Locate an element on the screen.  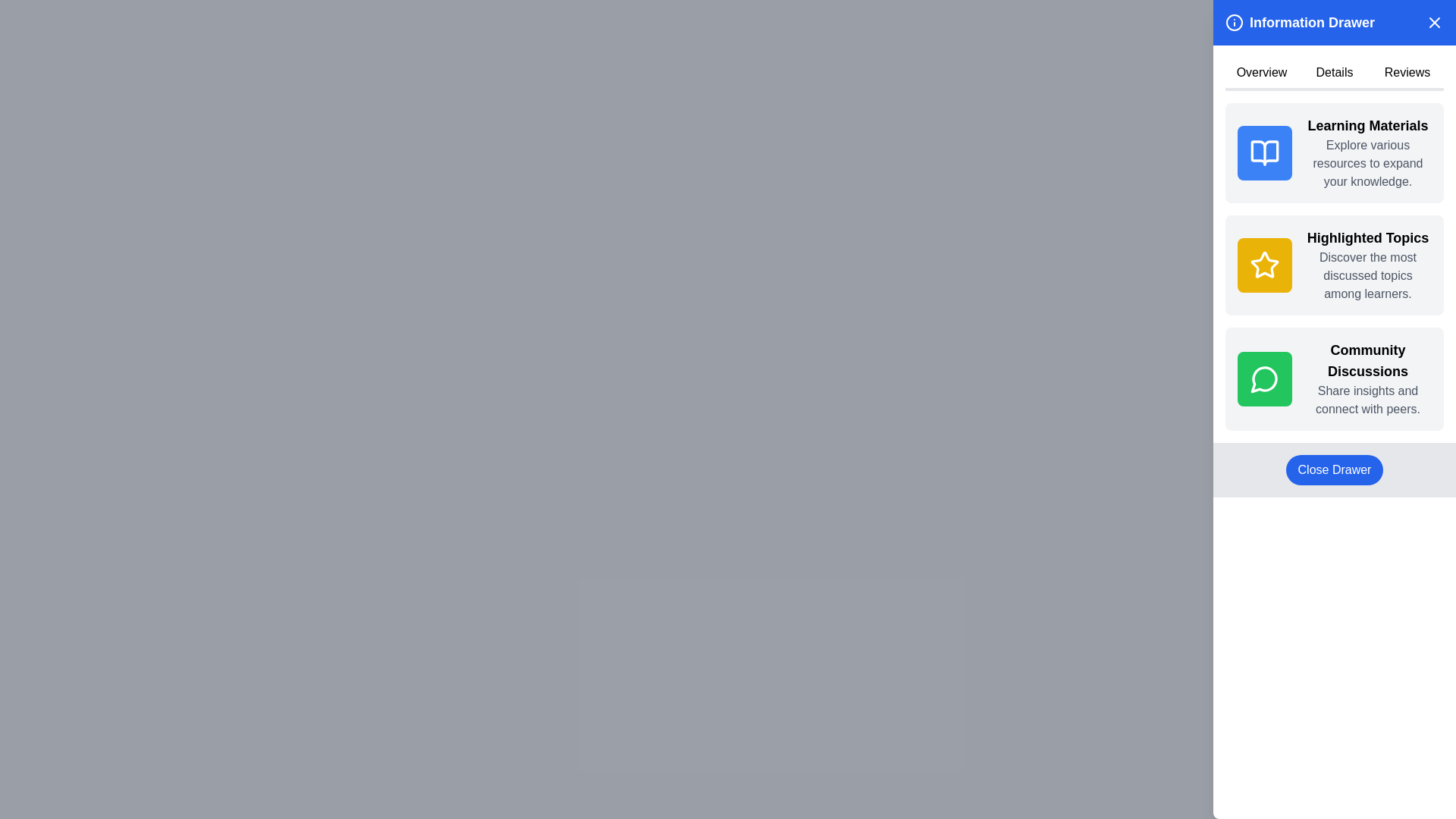
text label displaying 'Learning Materials' which is the top title in the 'Information Drawer' section of the right panel is located at coordinates (1368, 124).